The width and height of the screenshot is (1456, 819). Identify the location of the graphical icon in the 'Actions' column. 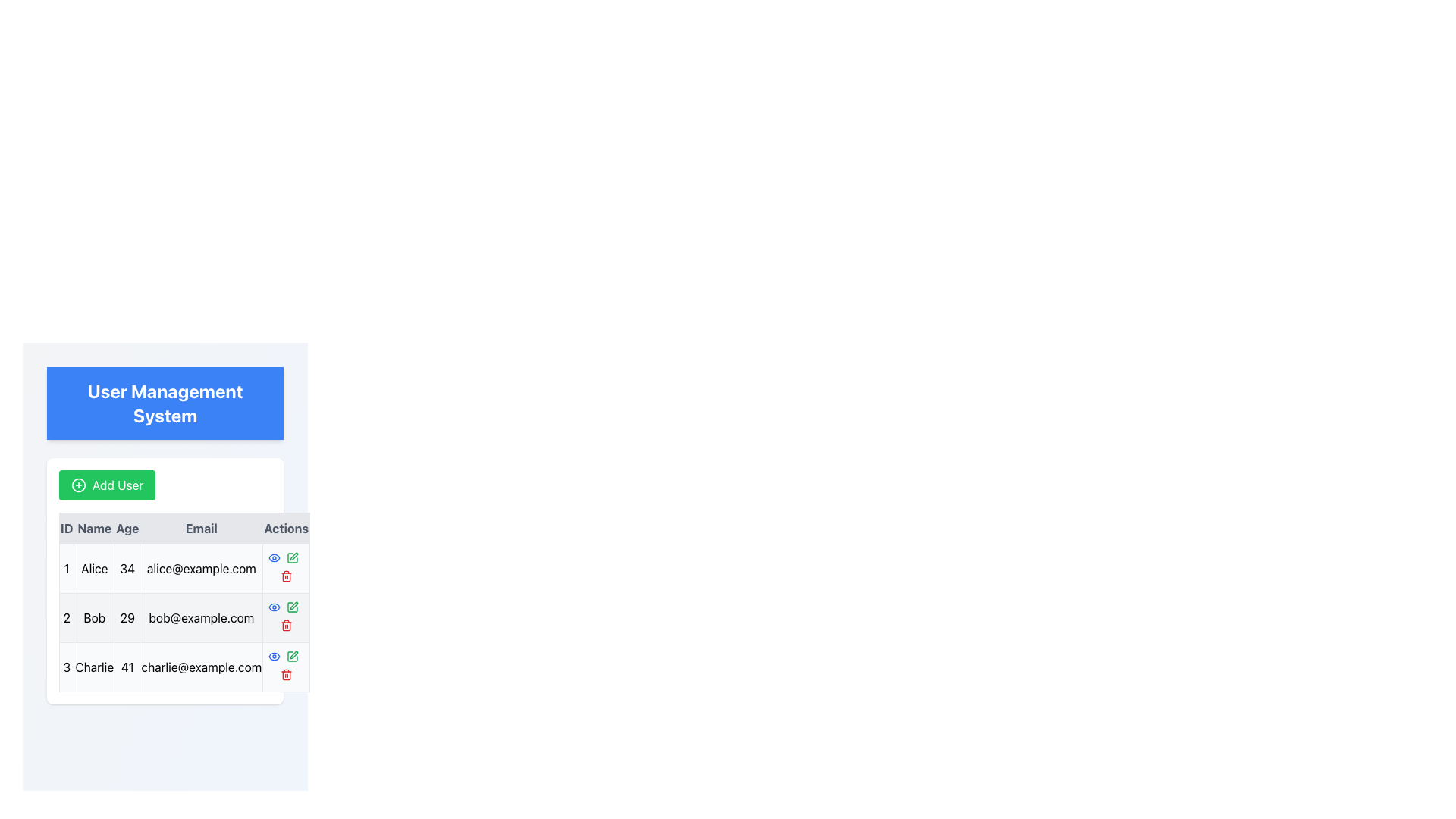
(274, 607).